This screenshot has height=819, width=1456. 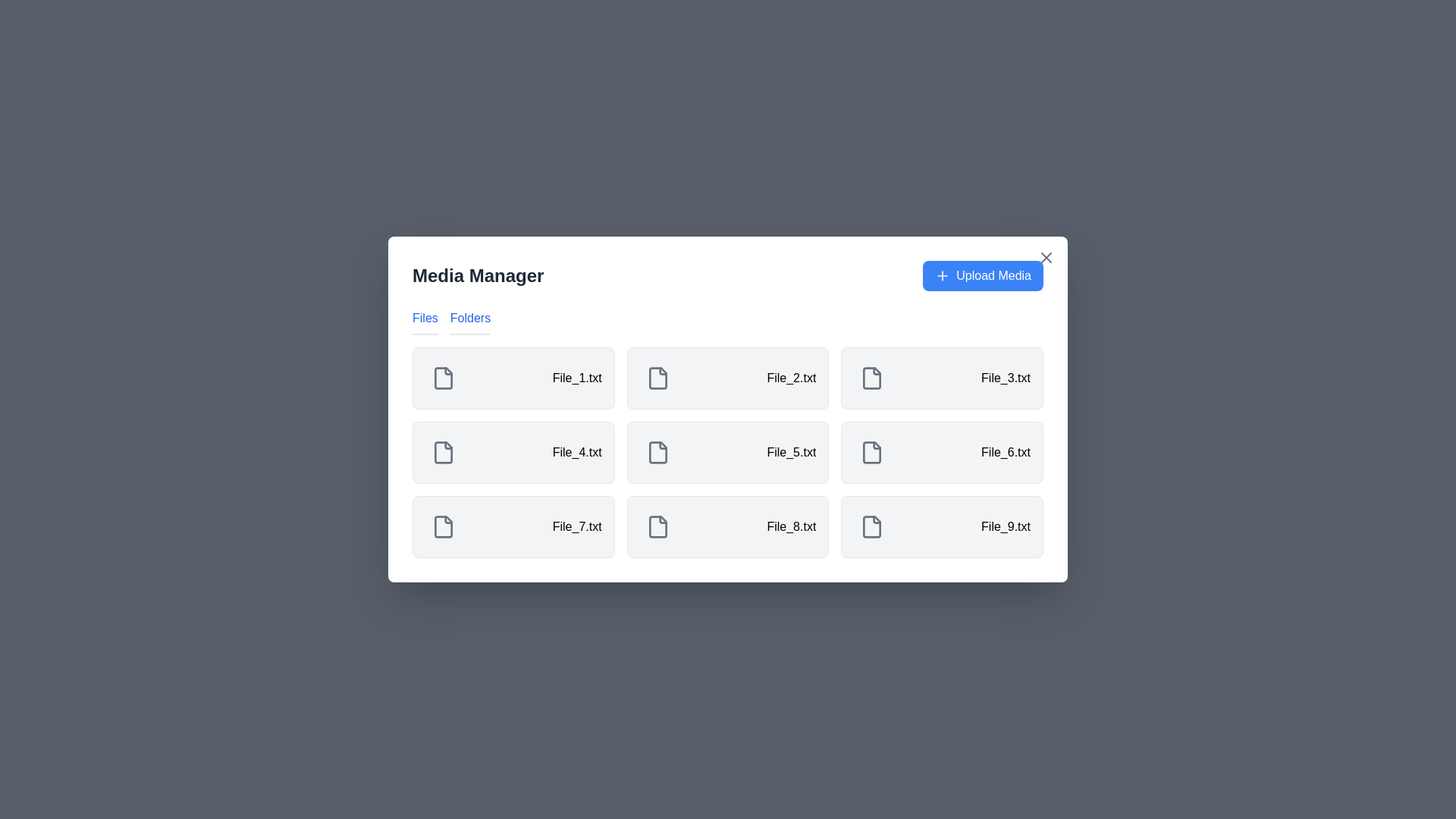 I want to click on the text label component displaying 'File_3.txt', so click(x=1006, y=377).